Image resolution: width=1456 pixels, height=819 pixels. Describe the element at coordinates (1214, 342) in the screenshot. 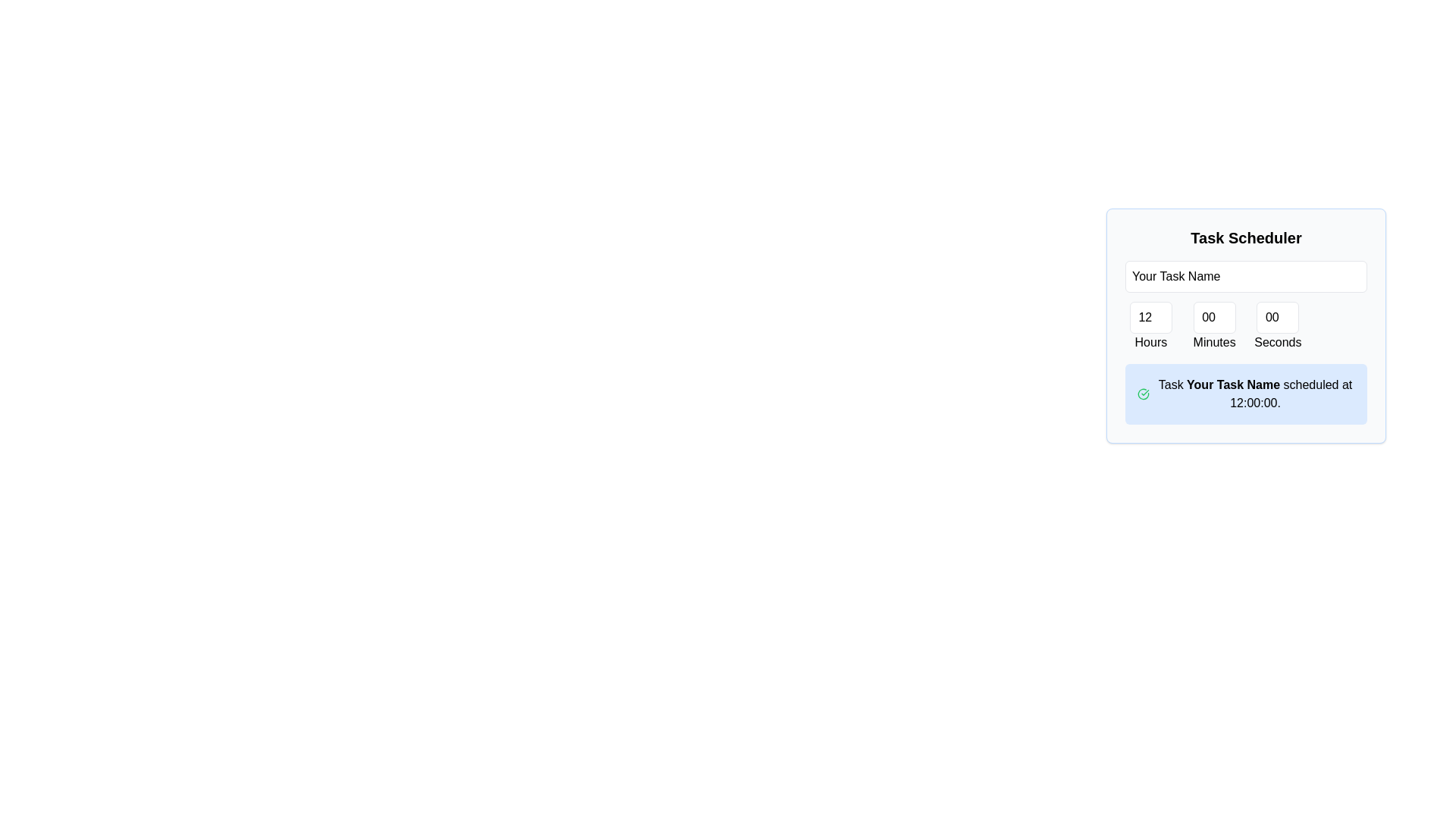

I see `the label that identifies the input field for minutes, located directly below the numeric input field labeled '00'` at that location.